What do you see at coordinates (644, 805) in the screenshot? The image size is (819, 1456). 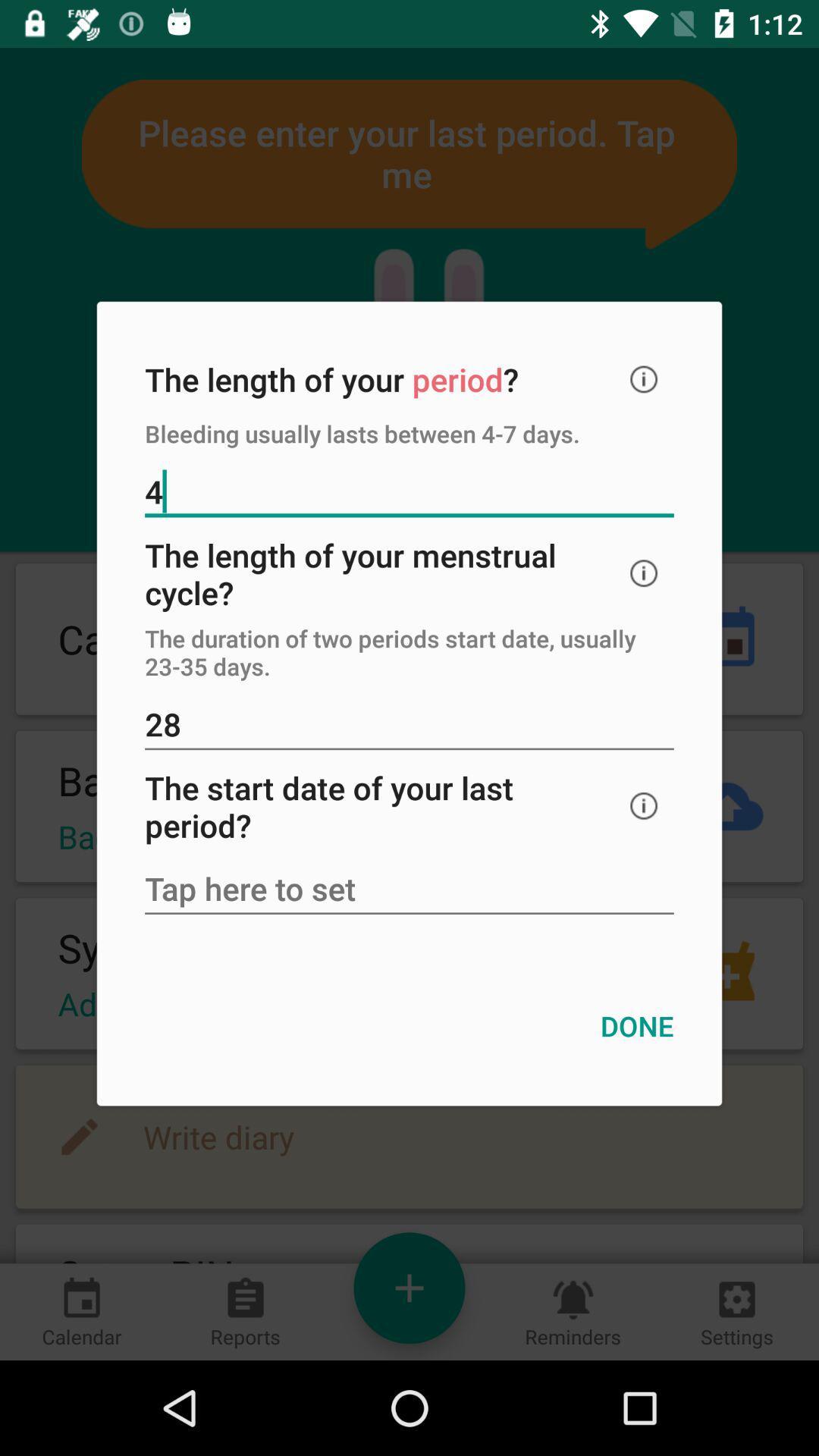 I see `click info option` at bounding box center [644, 805].